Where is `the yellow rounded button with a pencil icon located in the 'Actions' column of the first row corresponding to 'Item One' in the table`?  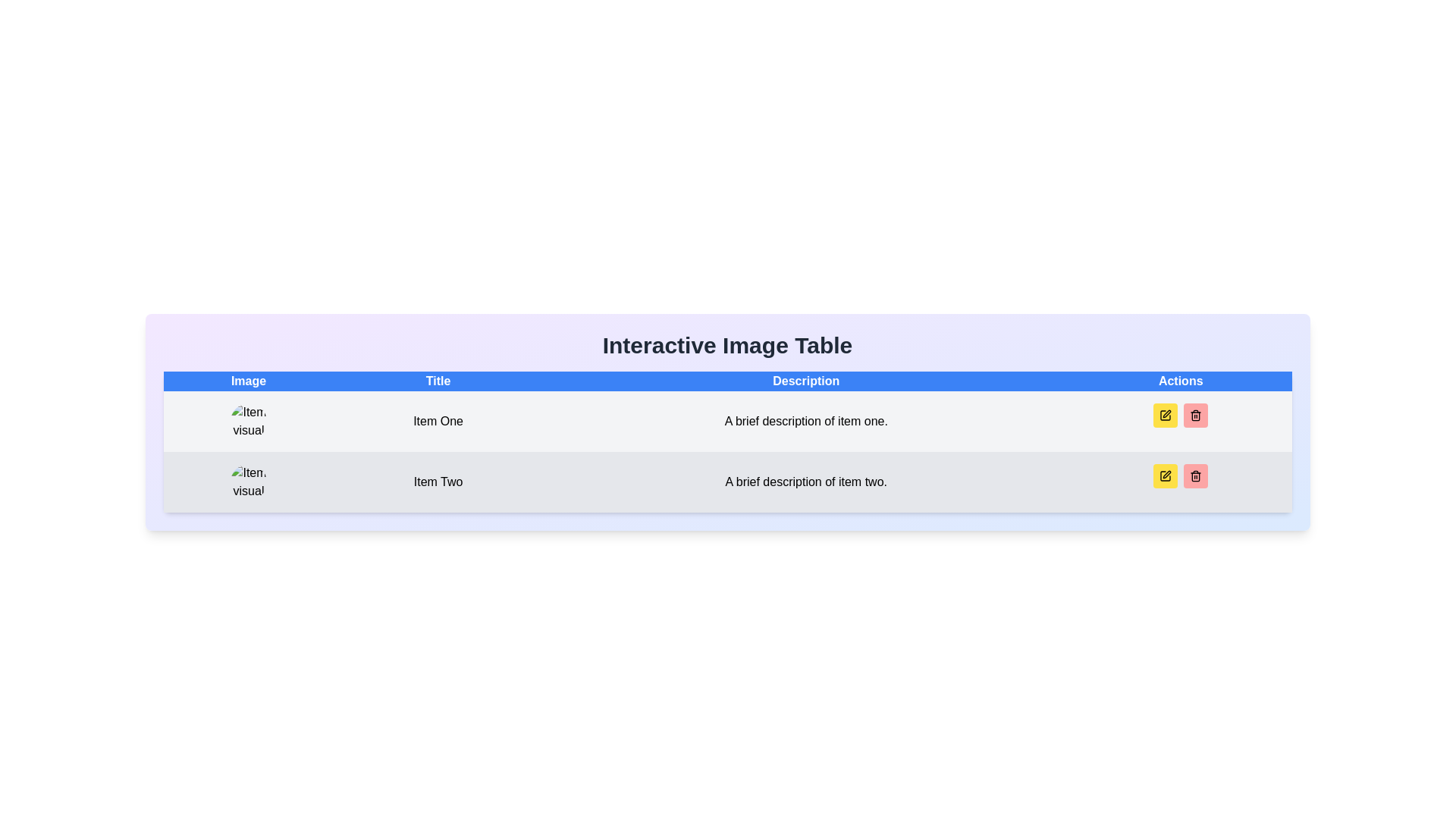 the yellow rounded button with a pencil icon located in the 'Actions' column of the first row corresponding to 'Item One' in the table is located at coordinates (1165, 415).